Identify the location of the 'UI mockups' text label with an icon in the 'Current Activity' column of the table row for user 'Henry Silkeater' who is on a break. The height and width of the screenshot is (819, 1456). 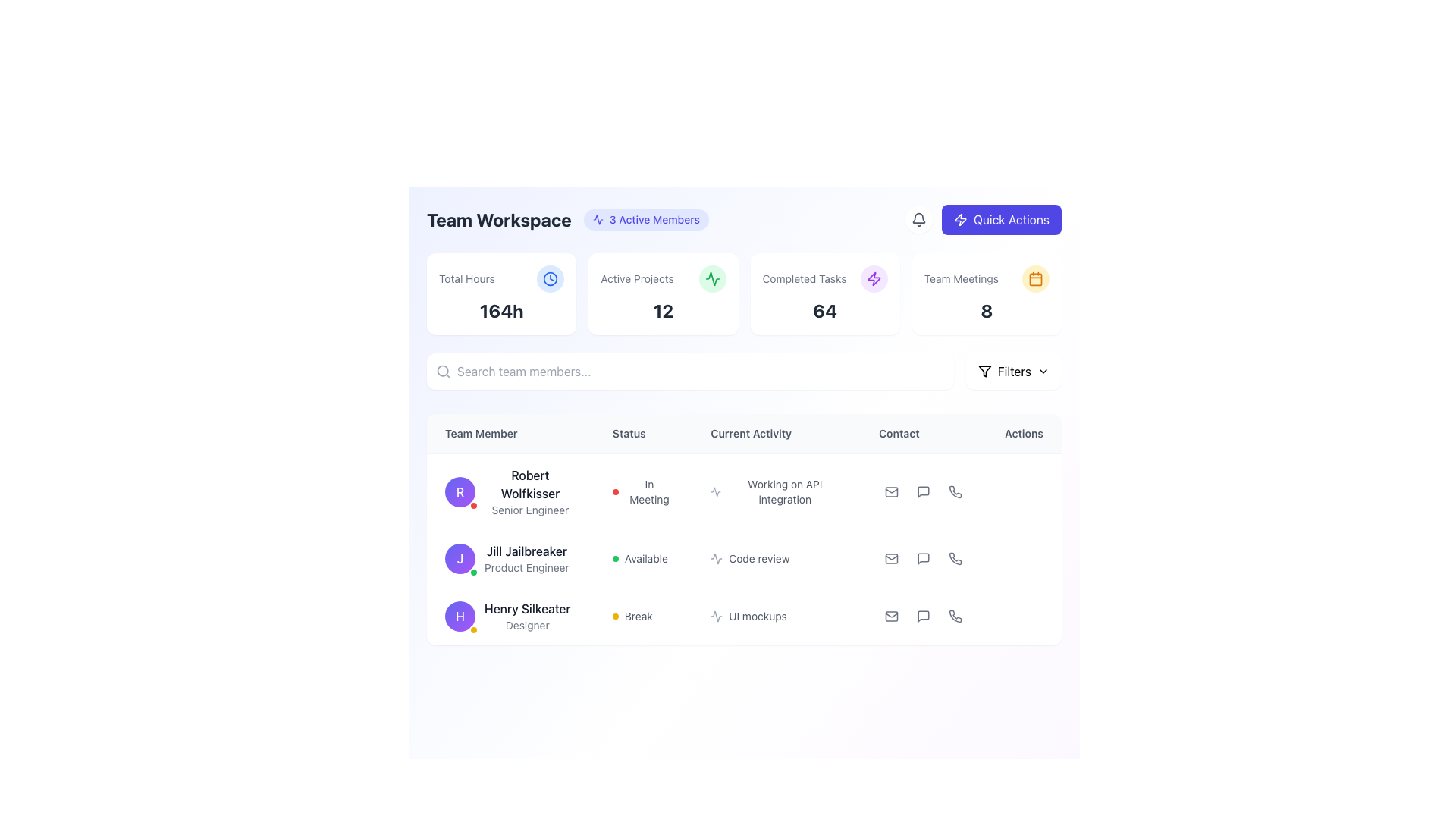
(777, 617).